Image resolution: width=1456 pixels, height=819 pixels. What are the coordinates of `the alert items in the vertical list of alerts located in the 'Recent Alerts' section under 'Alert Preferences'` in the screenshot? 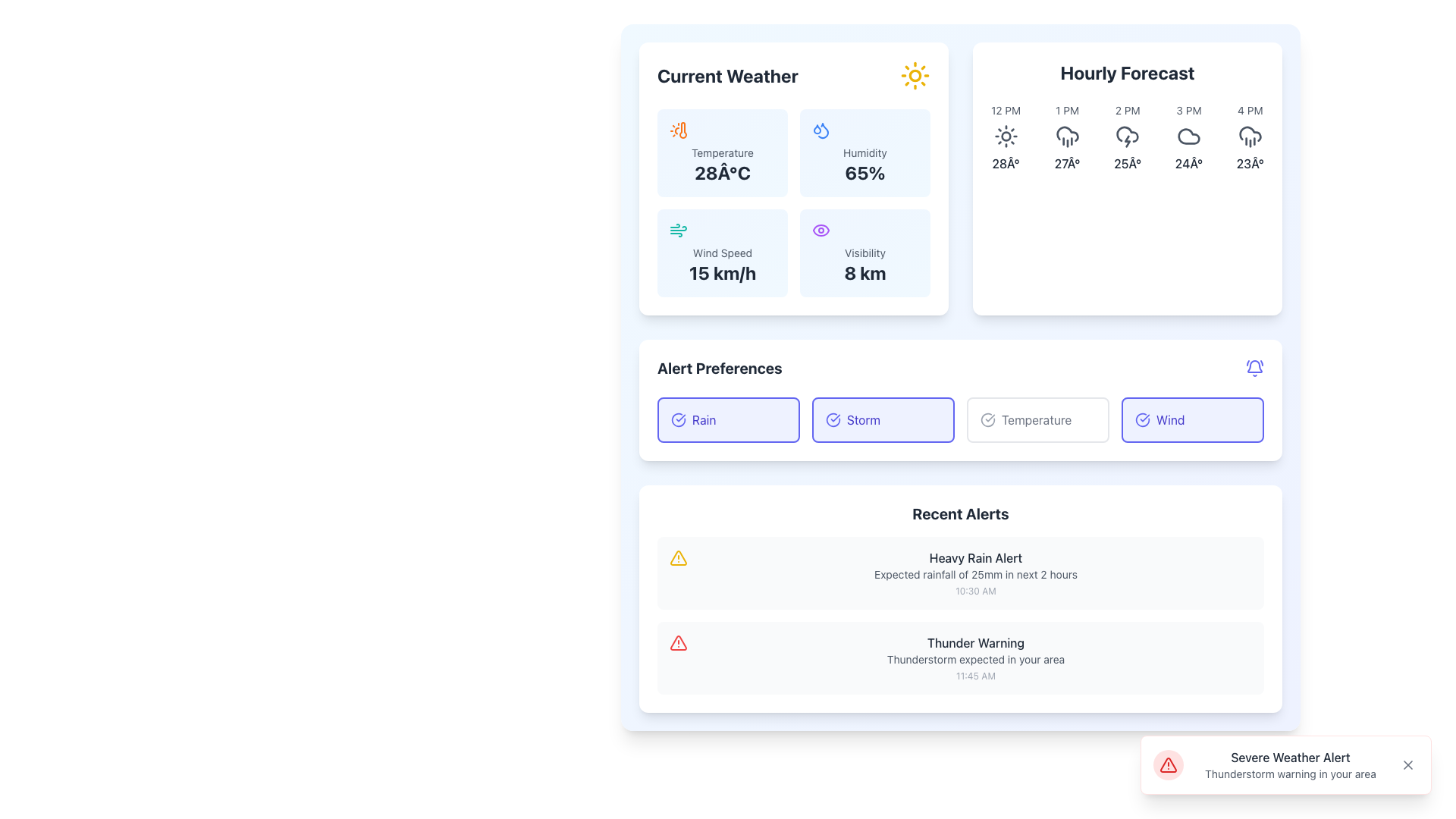 It's located at (960, 616).